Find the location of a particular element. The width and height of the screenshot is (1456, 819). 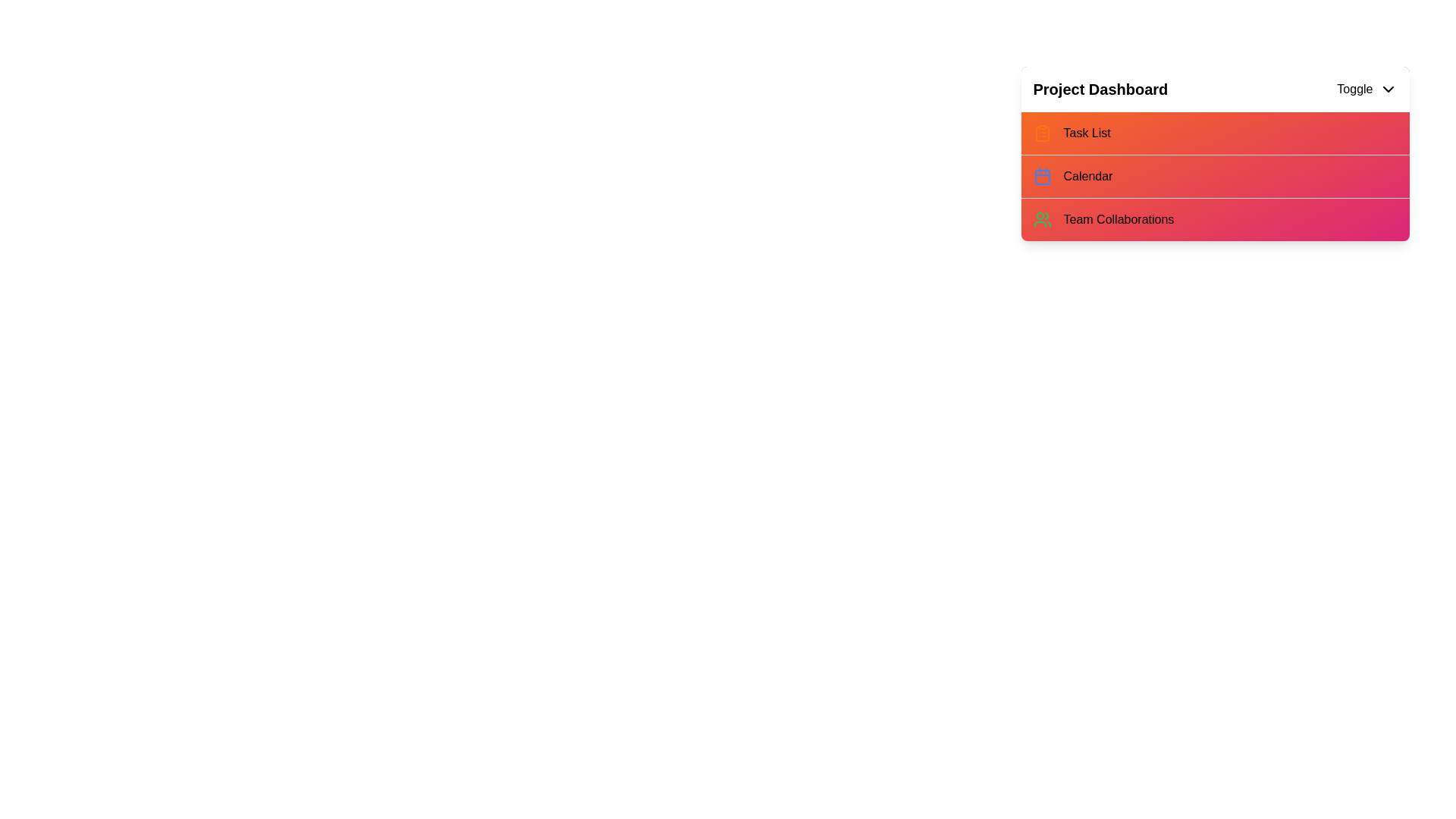

the 'Project Dashboard' text in the menu header is located at coordinates (1100, 89).